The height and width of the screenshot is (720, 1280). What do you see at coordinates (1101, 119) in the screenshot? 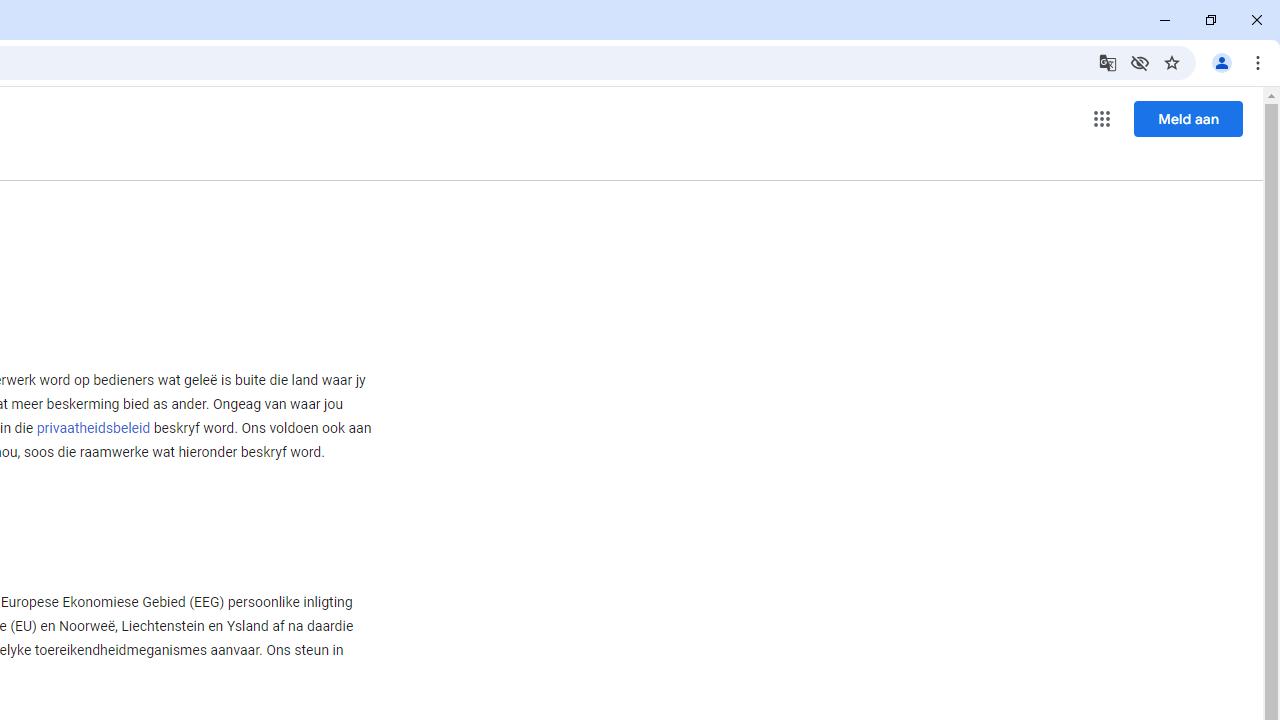
I see `'Google-programme'` at bounding box center [1101, 119].